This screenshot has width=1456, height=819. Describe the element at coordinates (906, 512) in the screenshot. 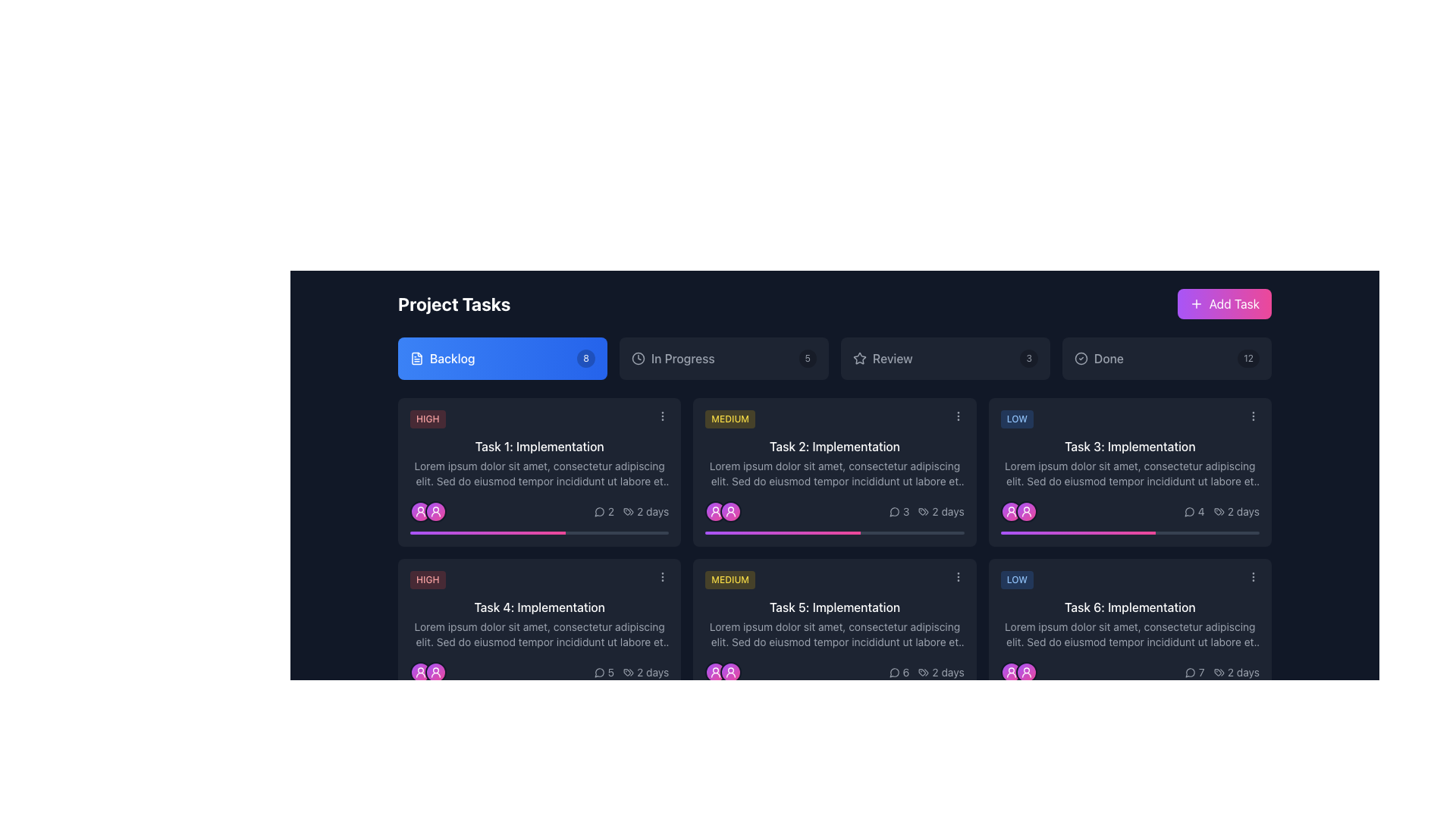

I see `the text label displaying the number '3', which is styled in light gray and positioned to the right of a speech bubble icon within the 'Task 2: Implementation' card` at that location.